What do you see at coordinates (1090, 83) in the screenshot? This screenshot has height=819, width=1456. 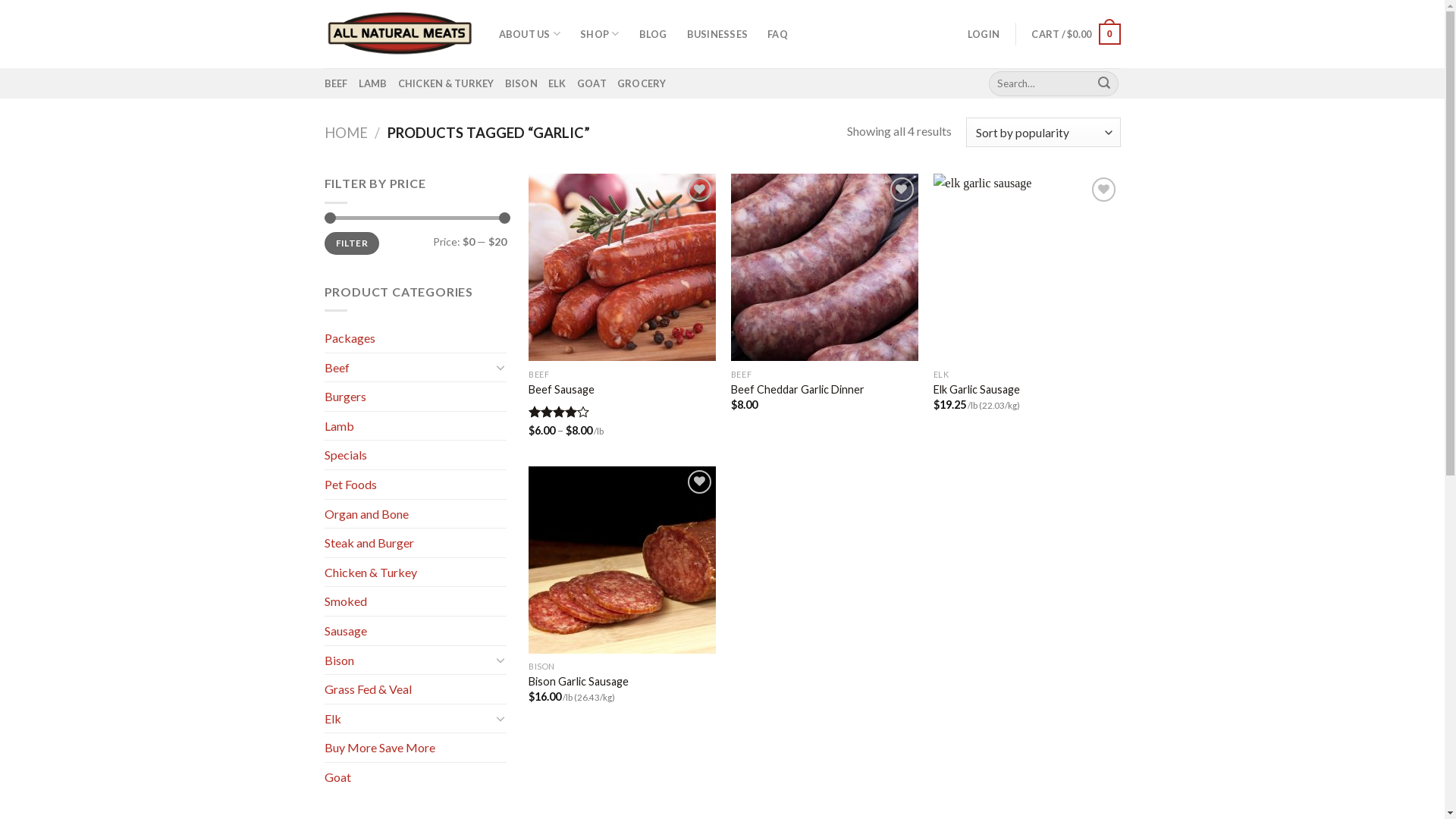 I see `'Search'` at bounding box center [1090, 83].